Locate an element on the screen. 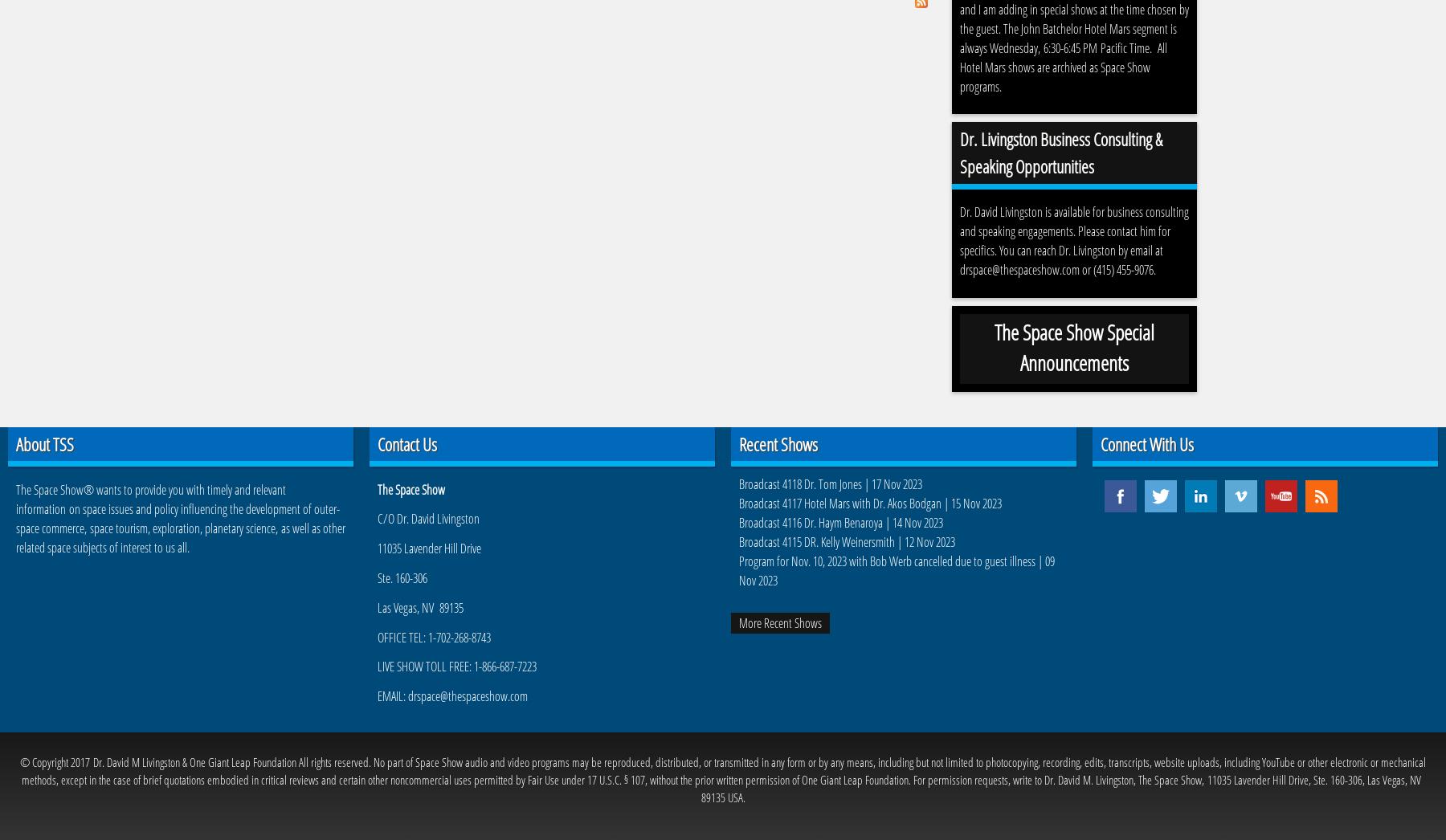 Image resolution: width=1446 pixels, height=840 pixels. 'Contact Us' is located at coordinates (406, 442).